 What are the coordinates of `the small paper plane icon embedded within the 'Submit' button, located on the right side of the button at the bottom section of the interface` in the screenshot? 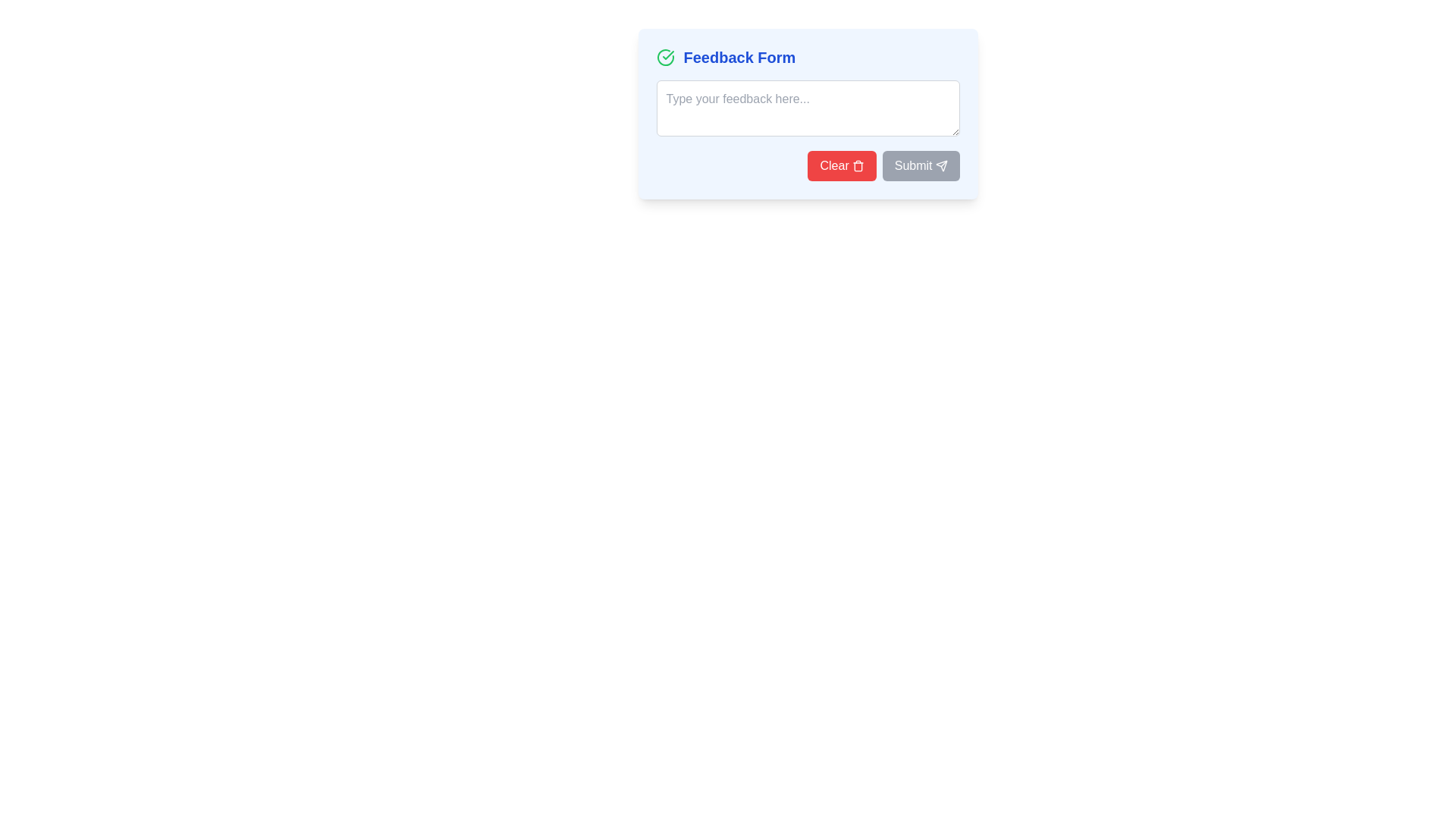 It's located at (940, 166).